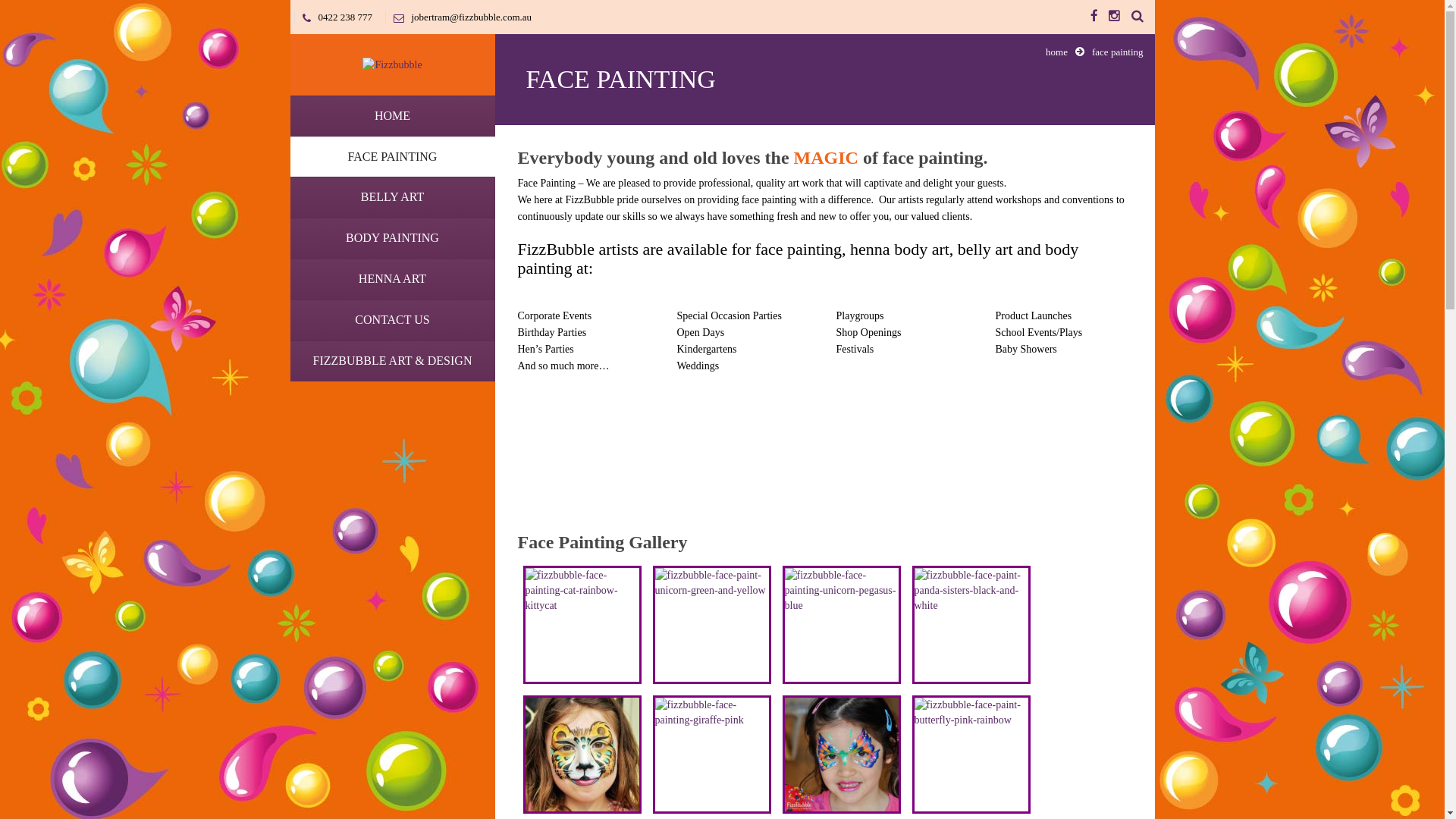 The image size is (1456, 819). What do you see at coordinates (711, 625) in the screenshot?
I see `'fizzbubble-face-paint-unicorn-green-and-yellow'` at bounding box center [711, 625].